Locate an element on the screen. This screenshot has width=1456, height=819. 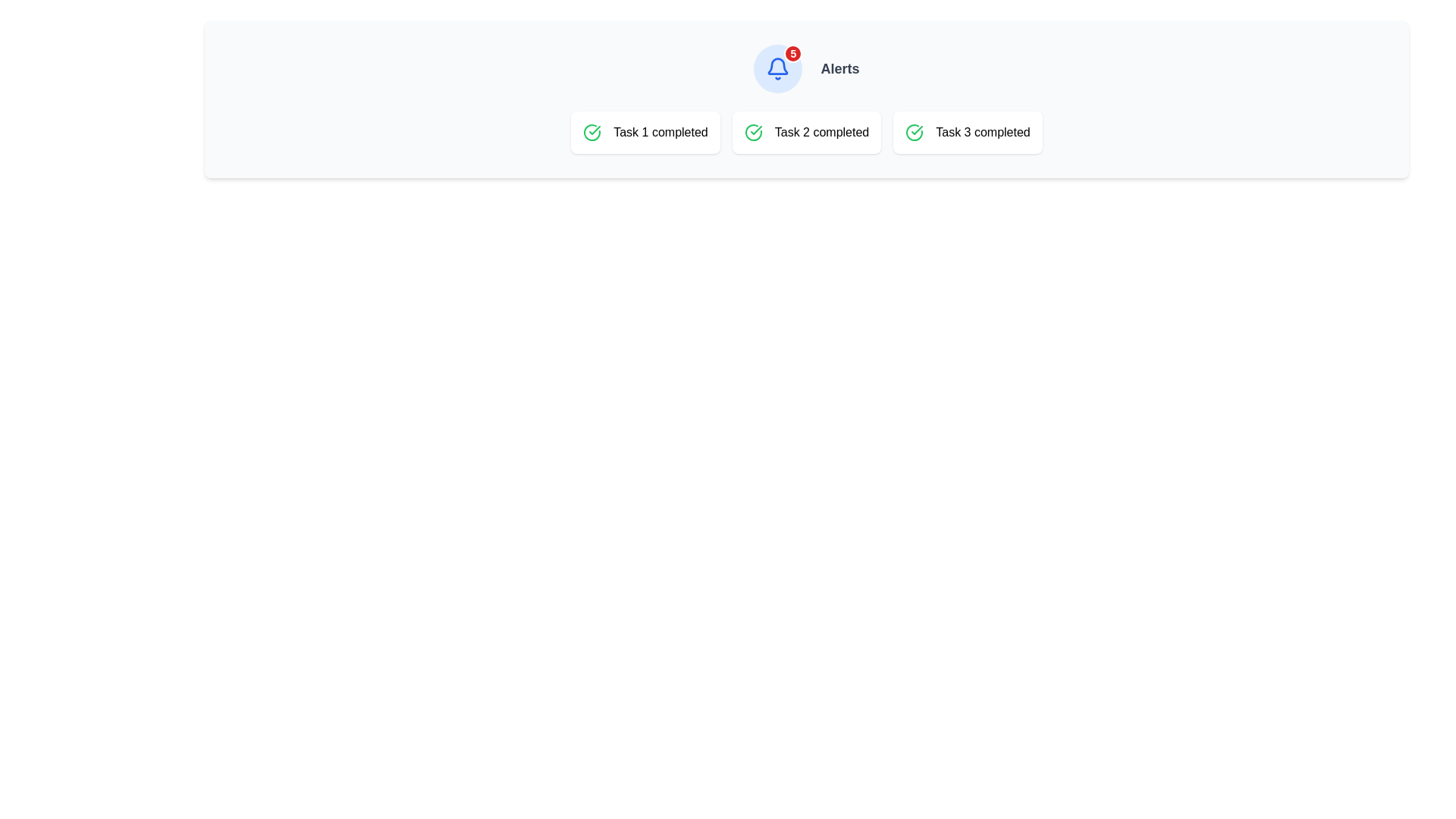
text from the completion status label for 'Task 1', which is located on the leftmost of three similar cards, with a green check icon to its left and labels for 'Task 2 completed' and 'Task 3 completed' to its right is located at coordinates (661, 131).